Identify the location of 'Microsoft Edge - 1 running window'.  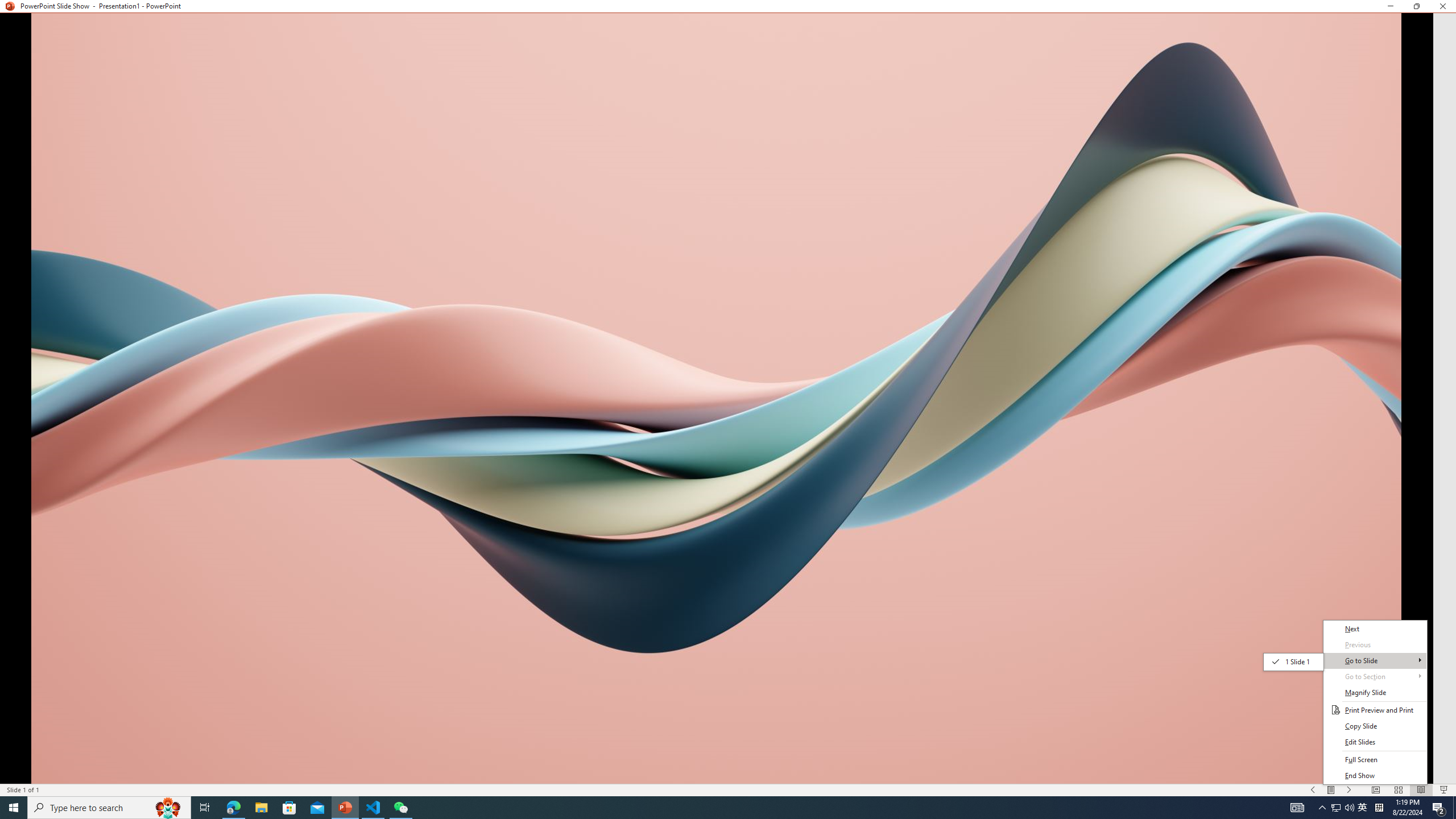
(233, 806).